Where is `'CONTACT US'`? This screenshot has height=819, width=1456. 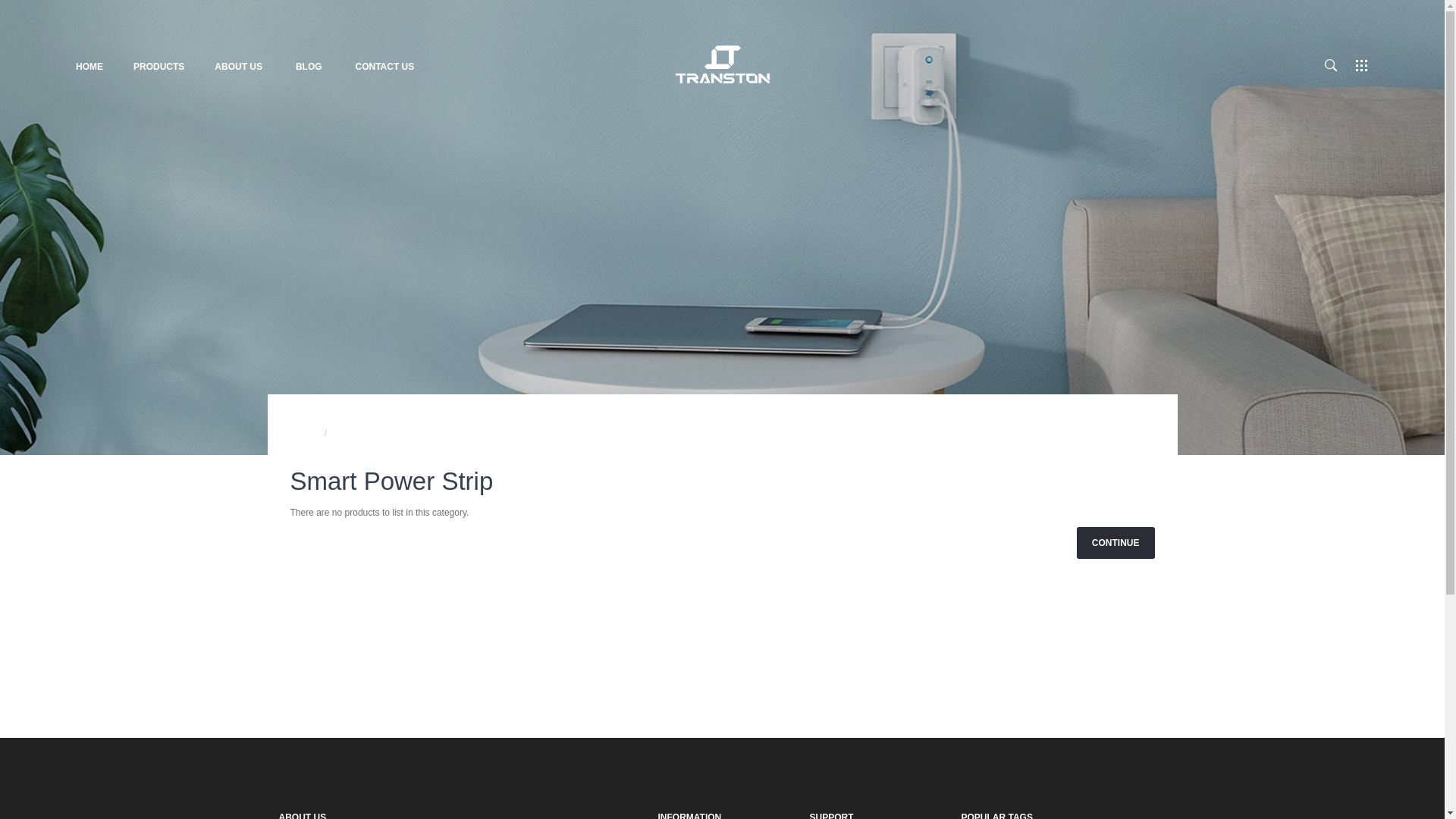
'CONTACT US' is located at coordinates (384, 66).